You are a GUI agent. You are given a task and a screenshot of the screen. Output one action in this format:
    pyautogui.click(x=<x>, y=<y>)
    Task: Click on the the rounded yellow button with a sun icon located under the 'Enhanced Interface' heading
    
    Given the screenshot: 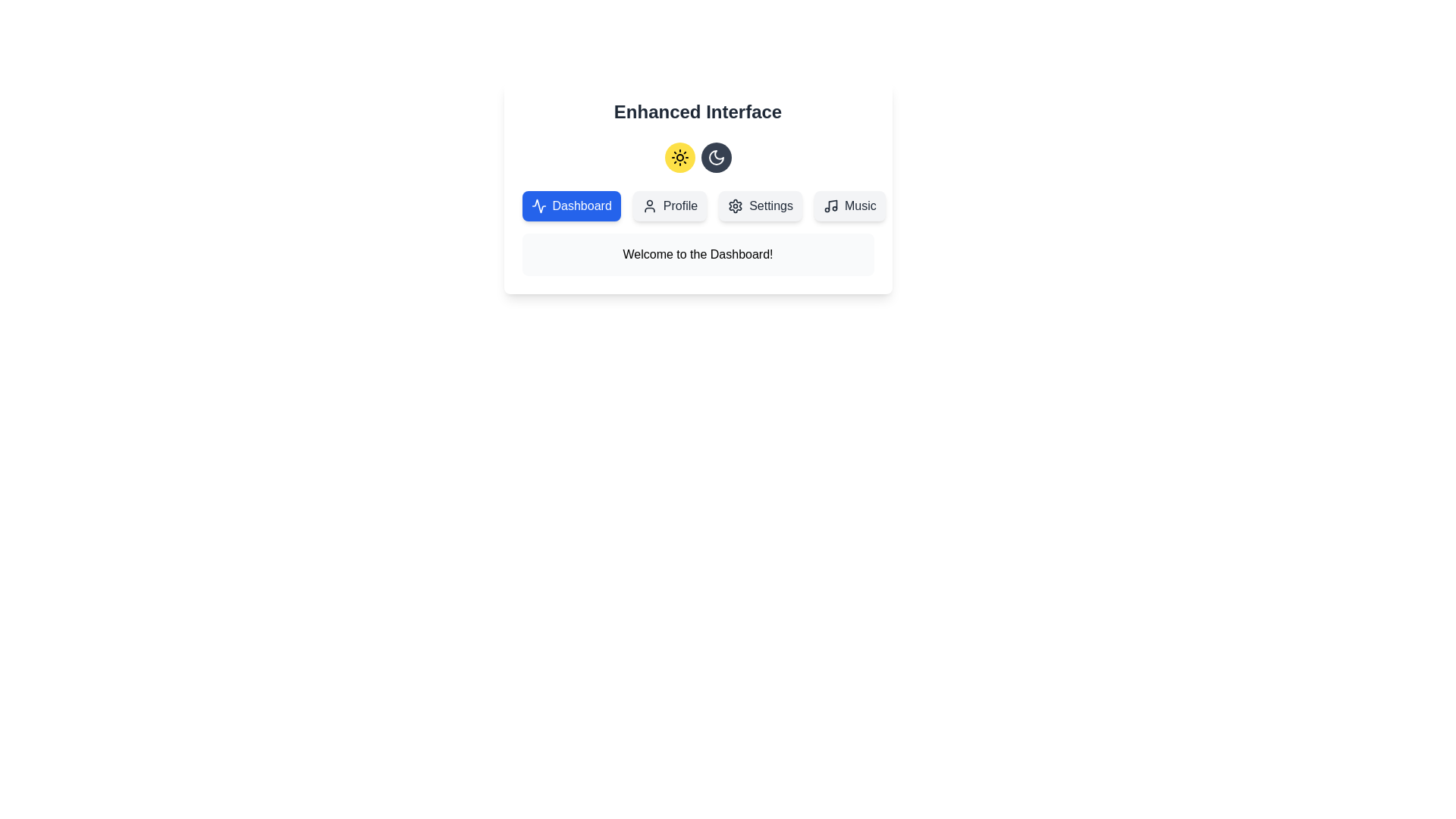 What is the action you would take?
    pyautogui.click(x=679, y=158)
    